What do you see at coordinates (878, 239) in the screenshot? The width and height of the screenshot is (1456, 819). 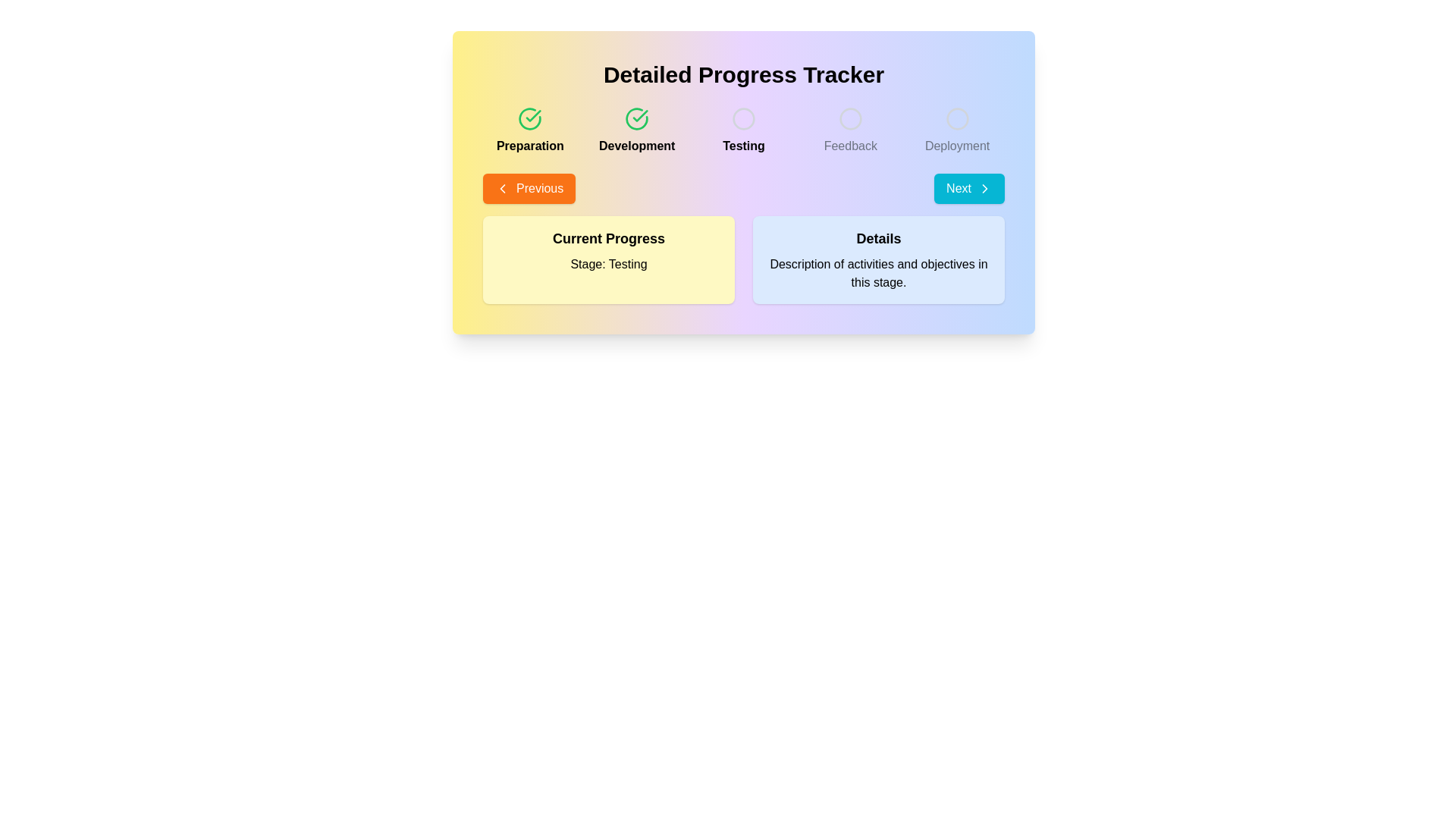 I see `text content of the 'Details' label, which is a large, bold text styled in dark color on a light blue background, positioned within the right side of the interface` at bounding box center [878, 239].